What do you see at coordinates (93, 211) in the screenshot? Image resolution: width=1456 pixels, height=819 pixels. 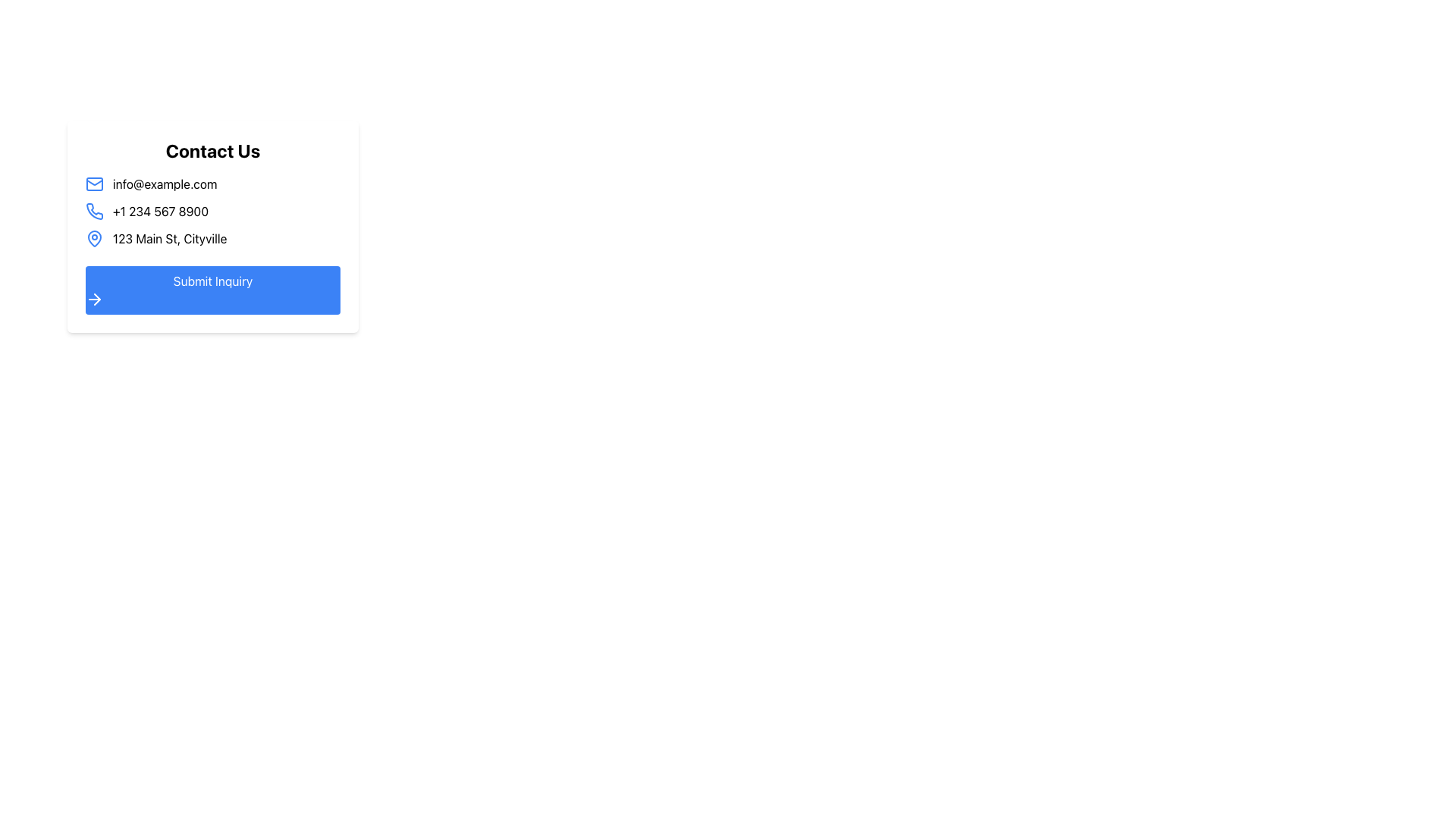 I see `the phone contact icon located in the second row of the contact information section, to the left of the phone number '+1 234 567 8900'` at bounding box center [93, 211].